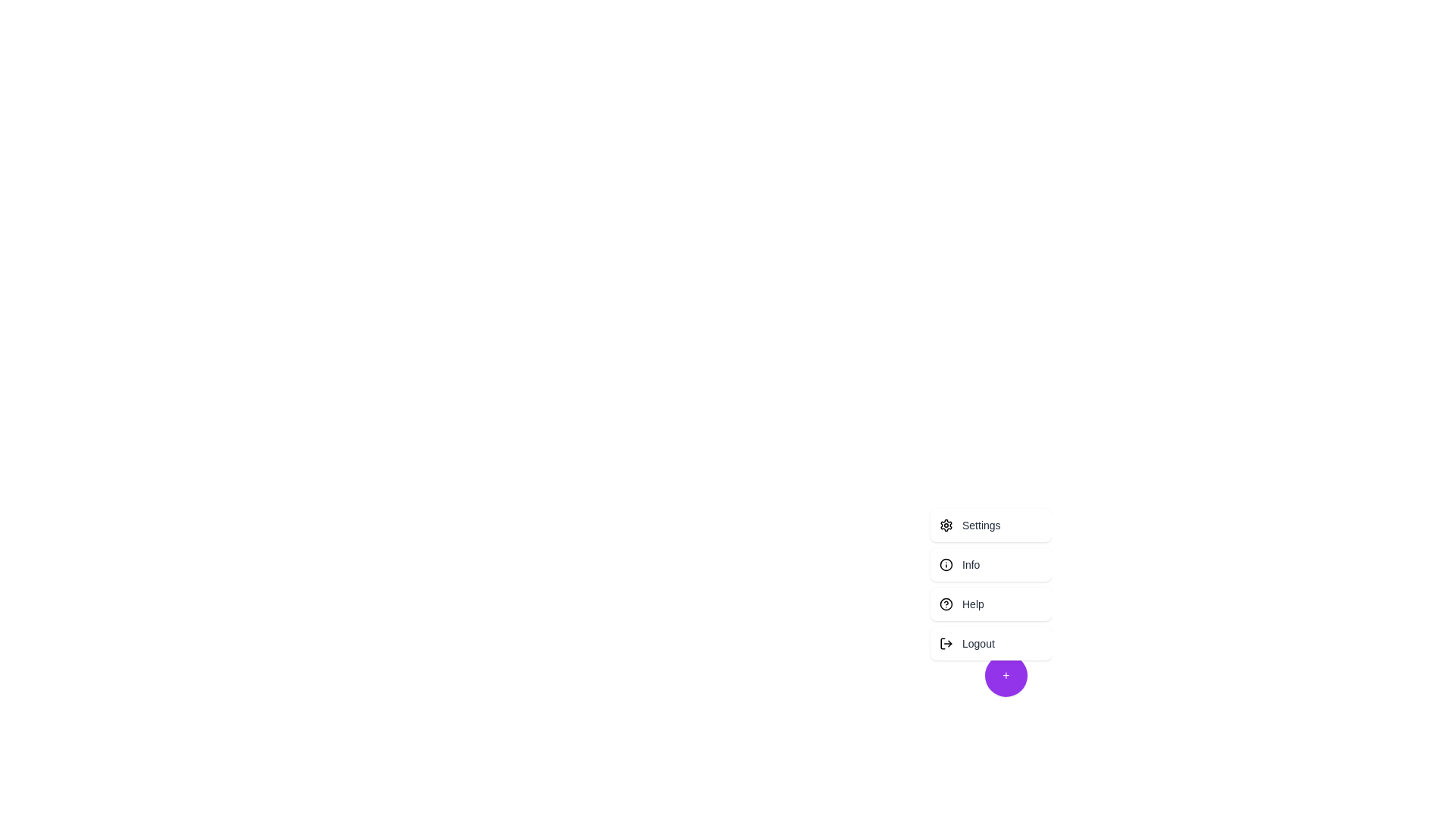  What do you see at coordinates (990, 643) in the screenshot?
I see `the menu option Logout by clicking on it` at bounding box center [990, 643].